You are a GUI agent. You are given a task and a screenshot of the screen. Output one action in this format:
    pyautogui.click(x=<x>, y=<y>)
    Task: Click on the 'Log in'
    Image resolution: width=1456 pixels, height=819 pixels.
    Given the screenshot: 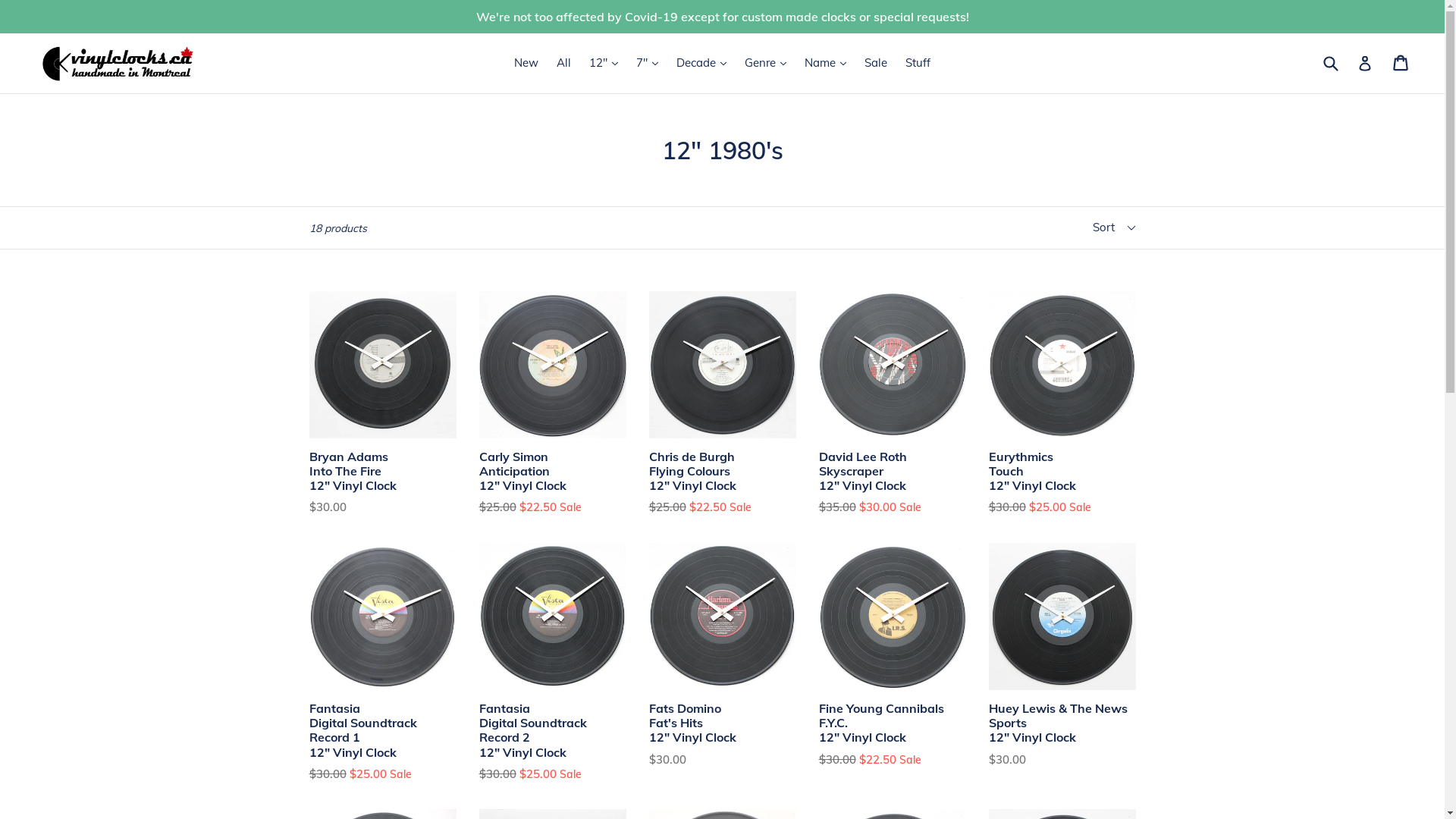 What is the action you would take?
    pyautogui.click(x=1357, y=62)
    